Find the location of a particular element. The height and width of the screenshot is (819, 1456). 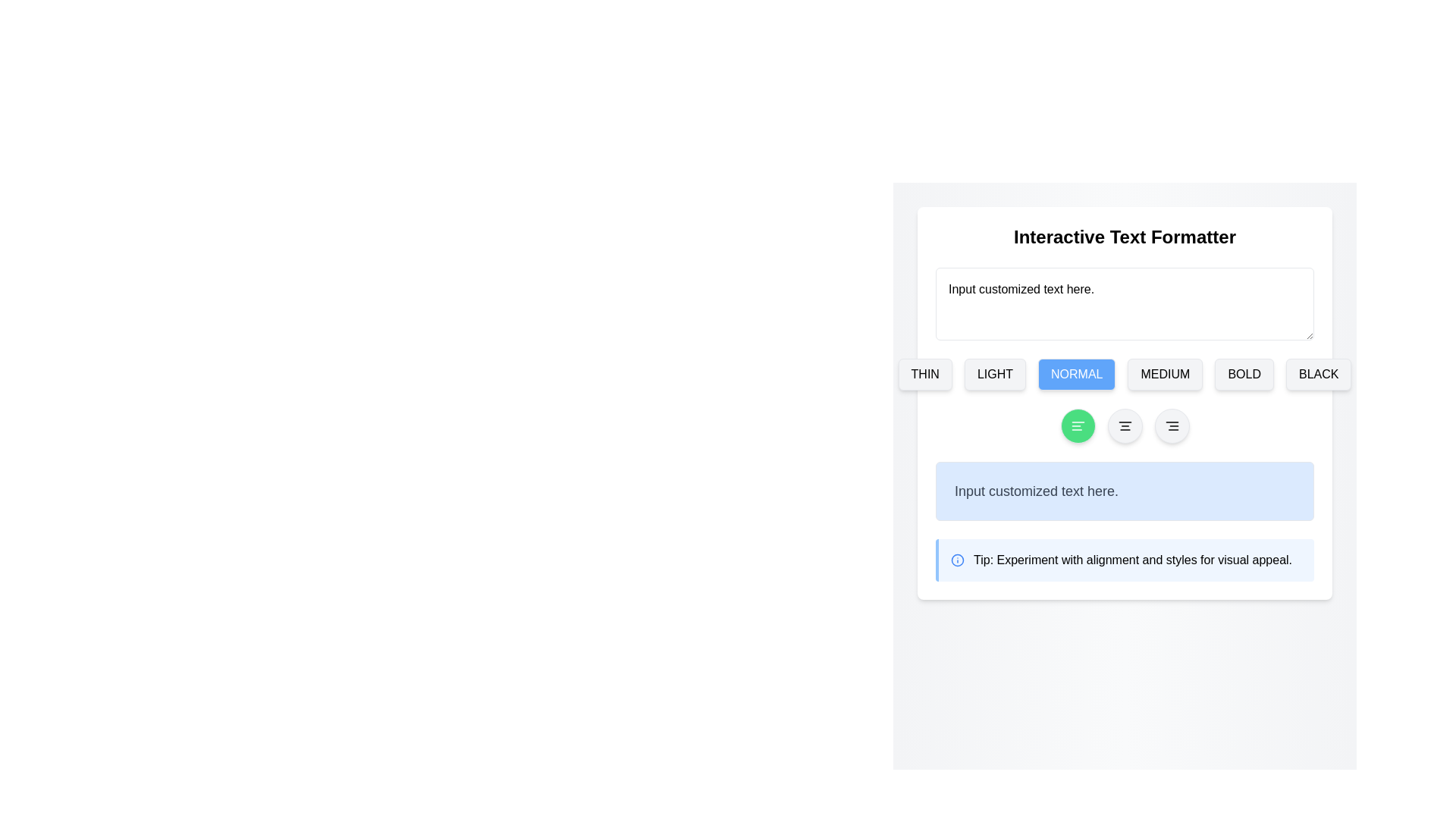

the middle button in the group of three circular buttons for setting text alignment to apply the action is located at coordinates (1125, 426).